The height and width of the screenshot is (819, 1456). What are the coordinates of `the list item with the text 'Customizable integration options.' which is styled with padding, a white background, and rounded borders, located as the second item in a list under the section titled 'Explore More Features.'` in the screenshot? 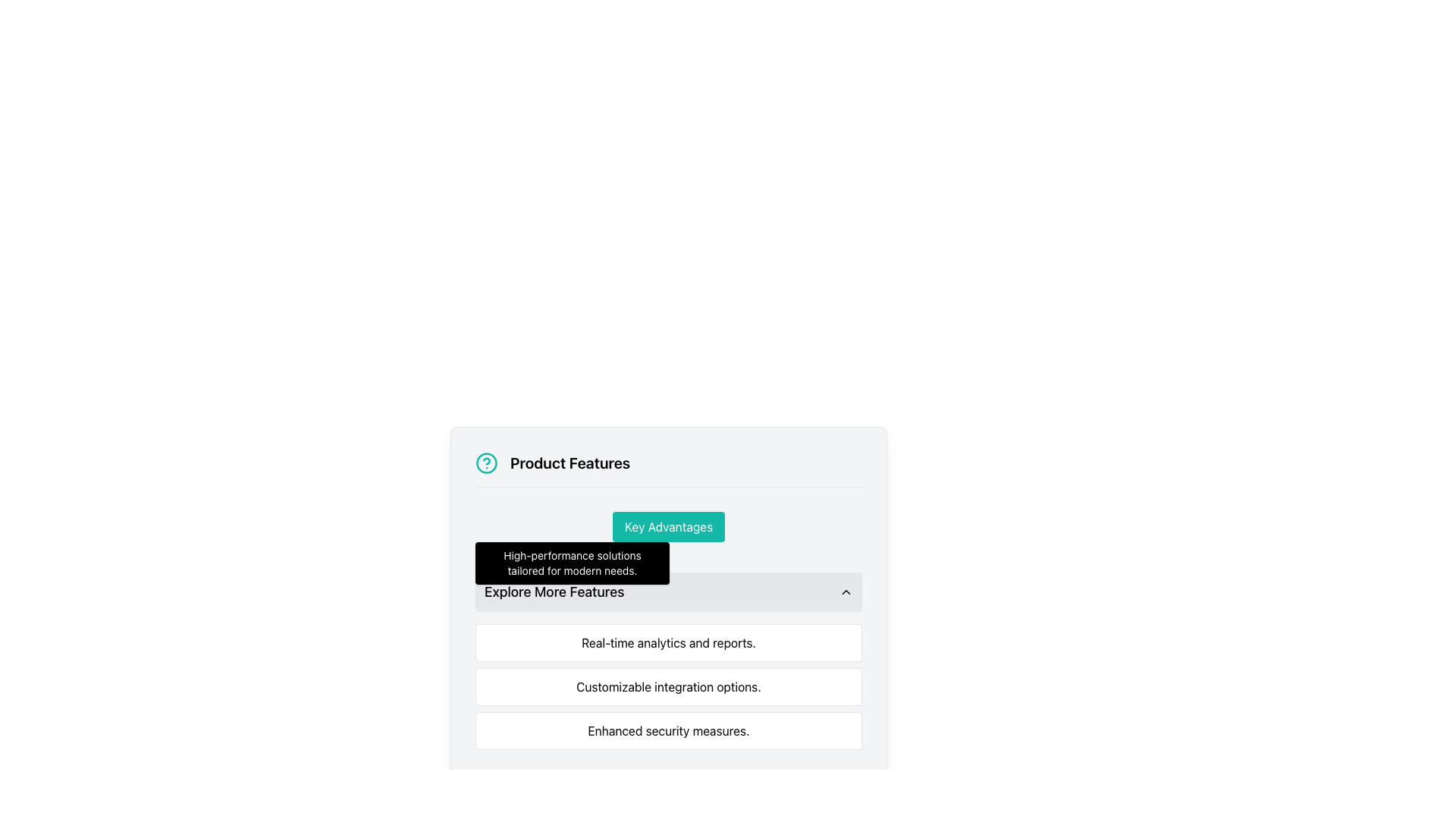 It's located at (668, 687).